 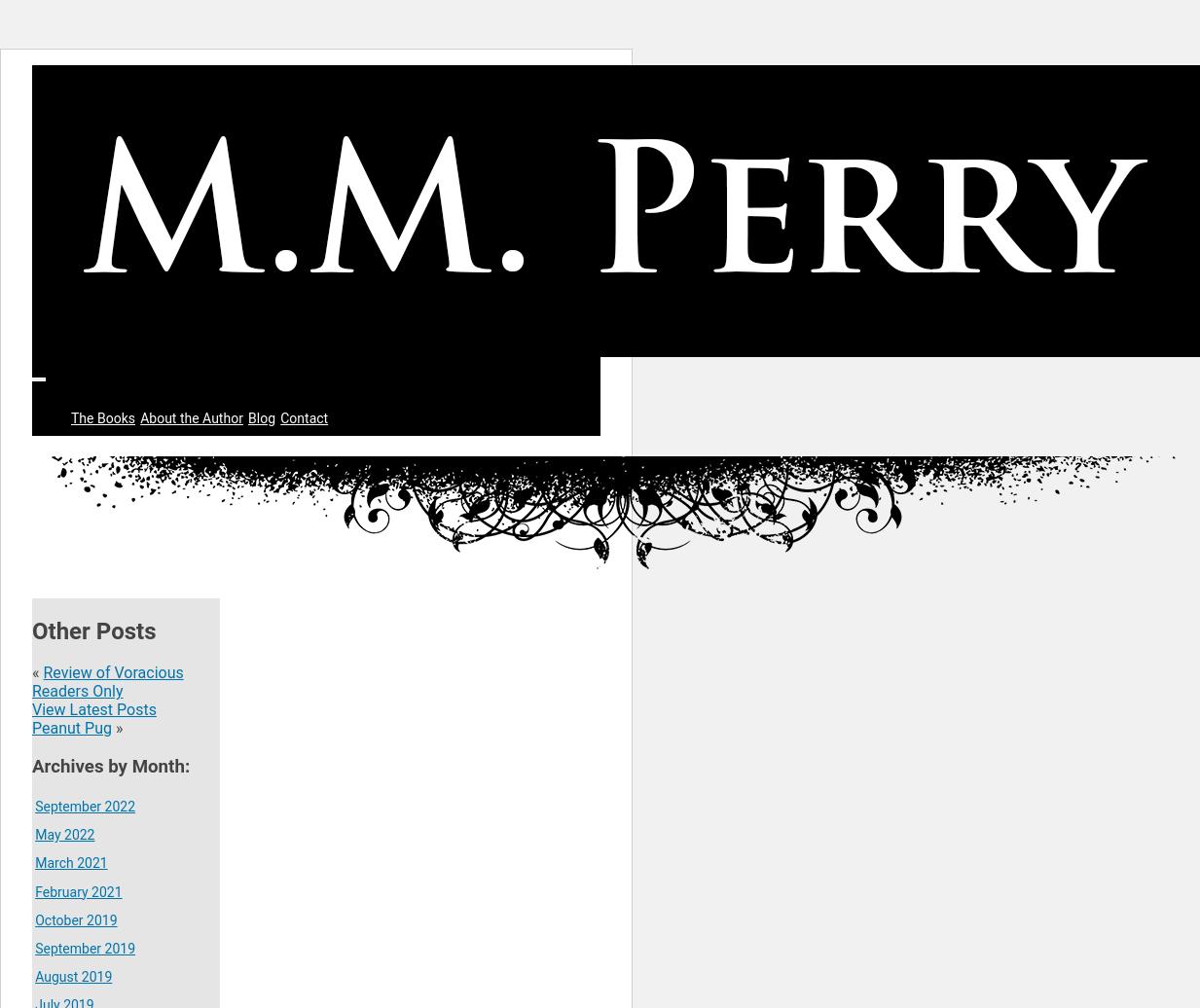 What do you see at coordinates (92, 709) in the screenshot?
I see `'View Latest Posts'` at bounding box center [92, 709].